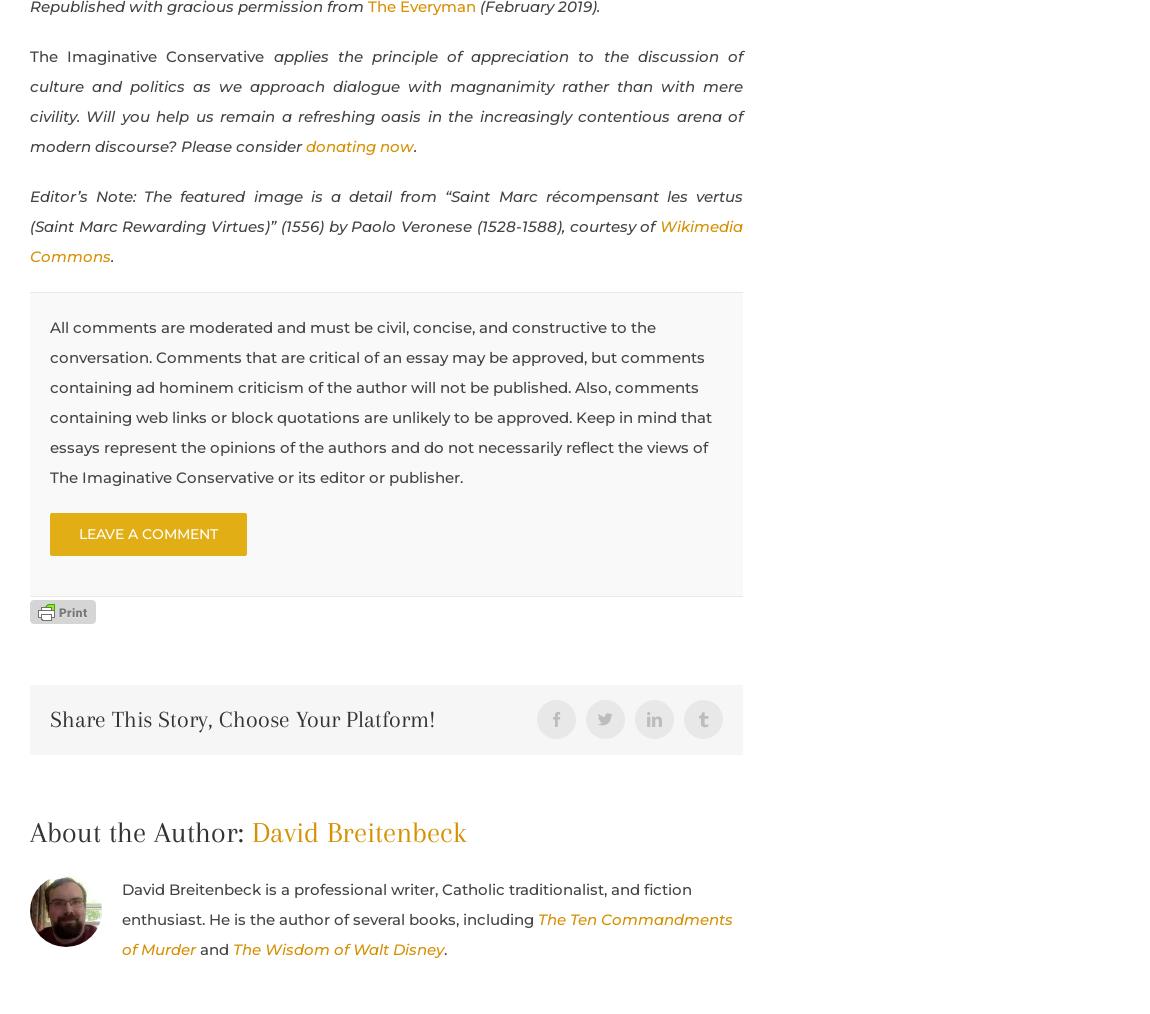  What do you see at coordinates (231, 948) in the screenshot?
I see `'The Wisdom of Walt Disney'` at bounding box center [231, 948].